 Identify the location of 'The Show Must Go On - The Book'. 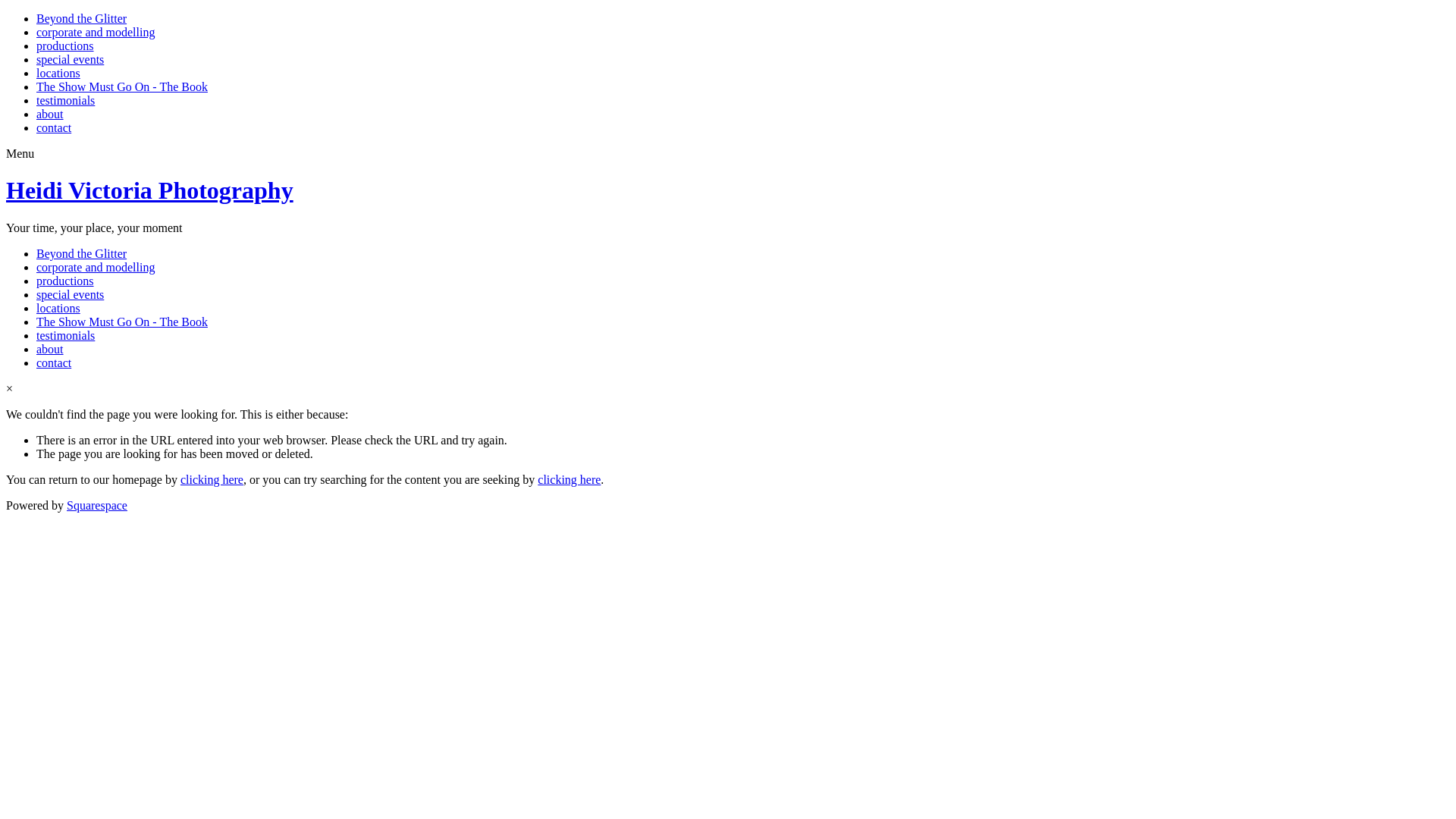
(122, 86).